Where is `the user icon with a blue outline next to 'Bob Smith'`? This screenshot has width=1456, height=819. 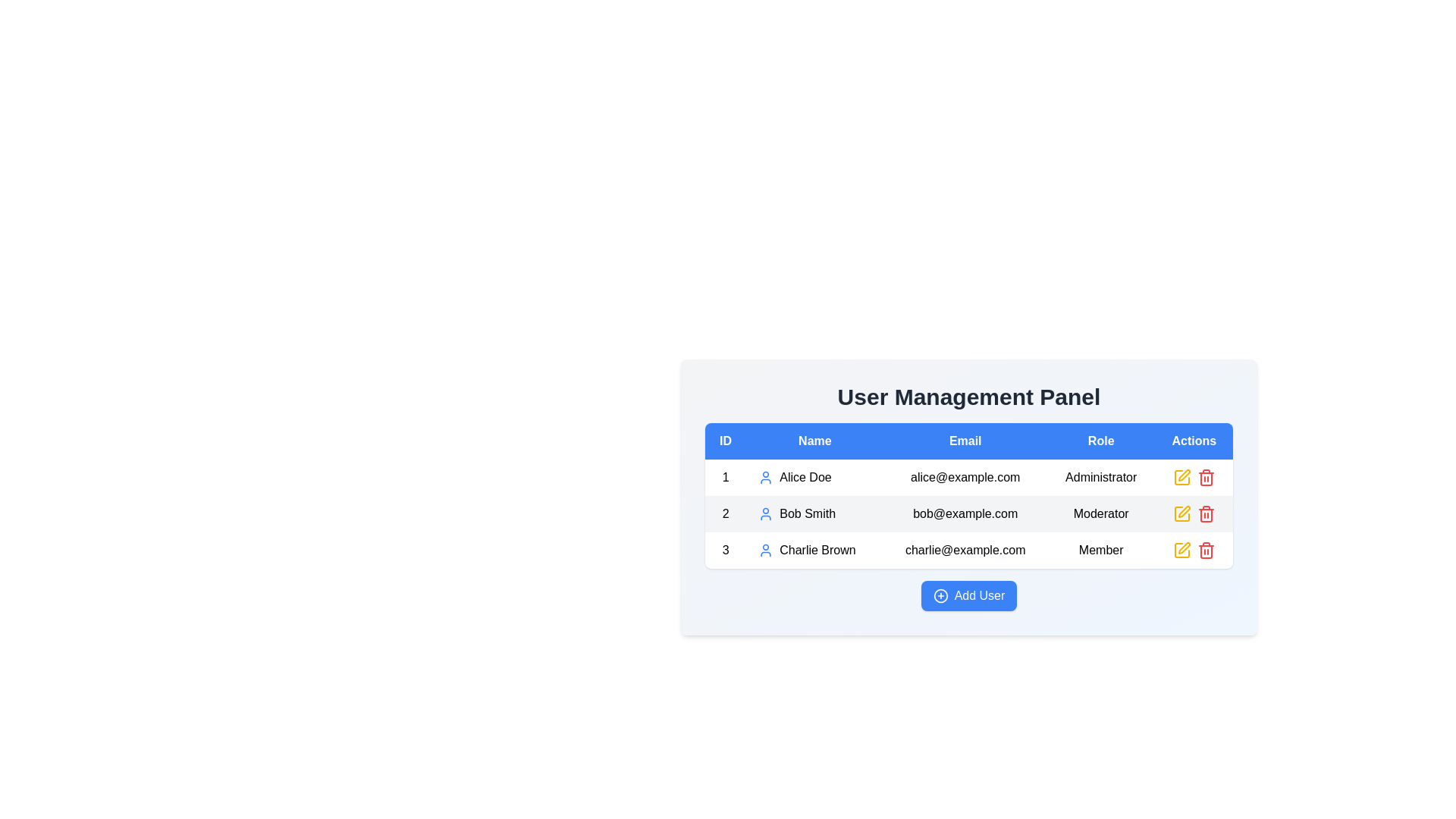
the user icon with a blue outline next to 'Bob Smith' is located at coordinates (766, 513).